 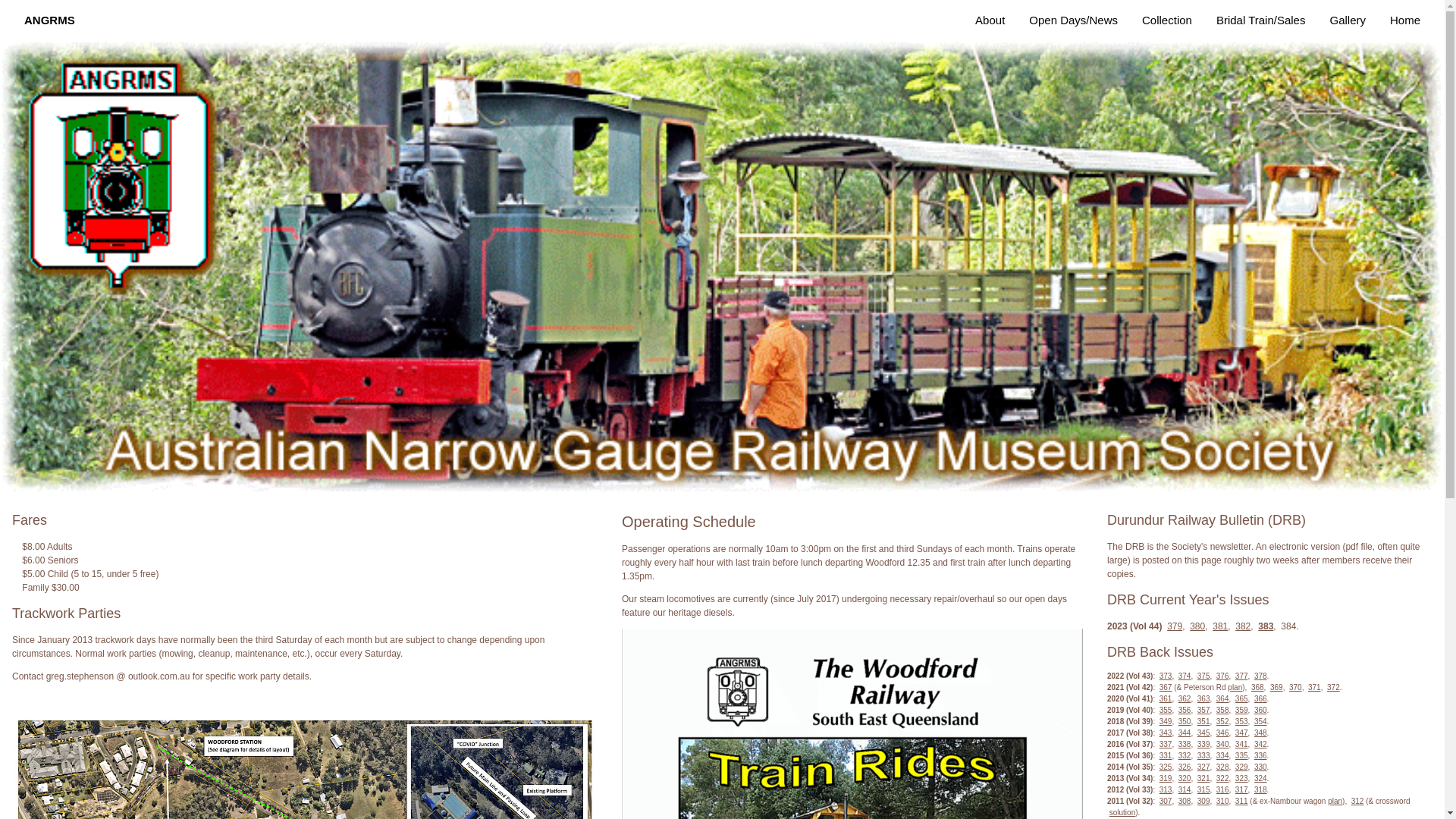 What do you see at coordinates (1184, 767) in the screenshot?
I see `'326'` at bounding box center [1184, 767].